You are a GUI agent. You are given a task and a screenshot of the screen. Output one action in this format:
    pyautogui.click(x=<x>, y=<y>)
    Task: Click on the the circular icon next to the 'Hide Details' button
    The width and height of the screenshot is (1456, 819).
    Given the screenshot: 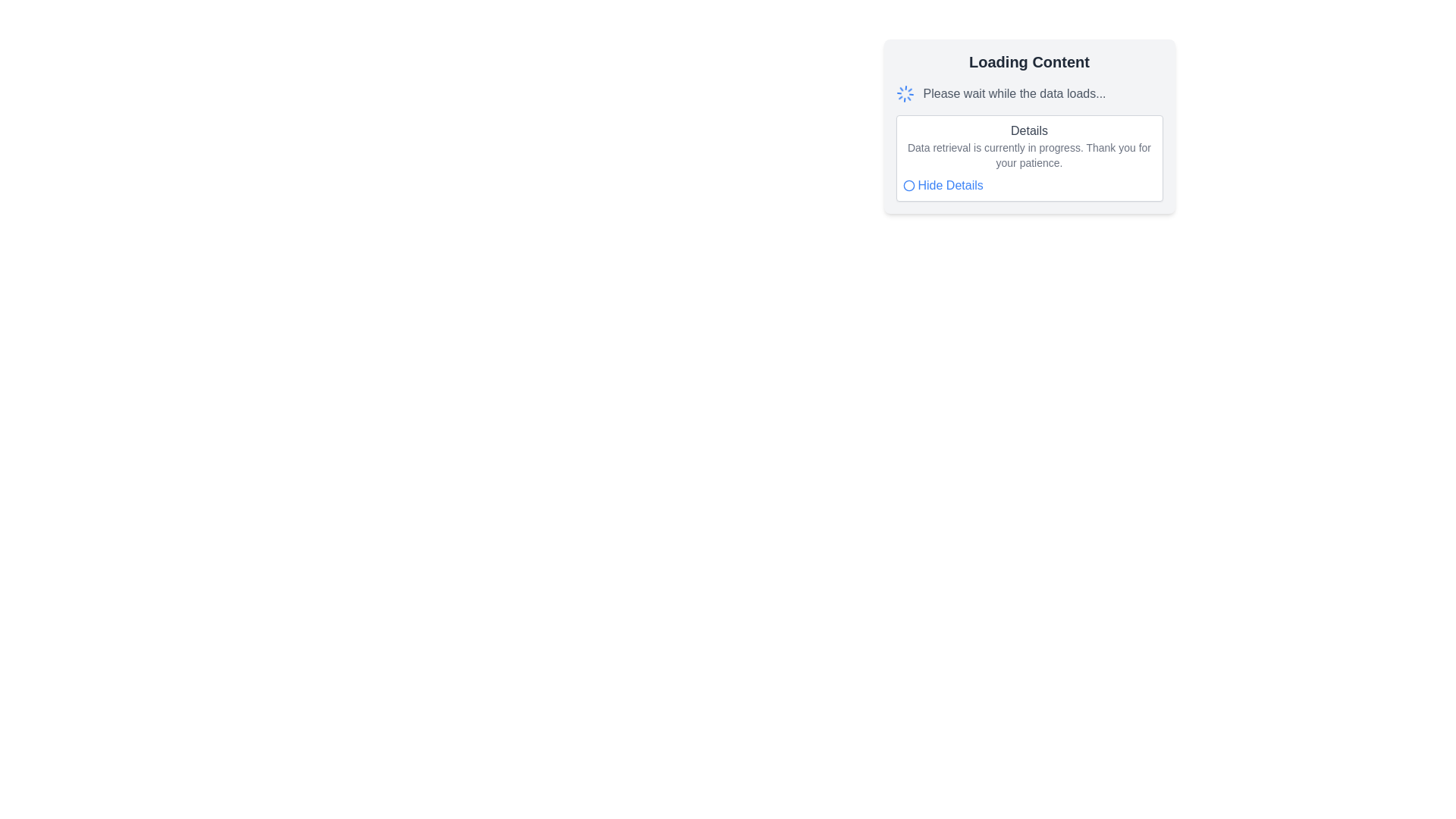 What is the action you would take?
    pyautogui.click(x=942, y=185)
    